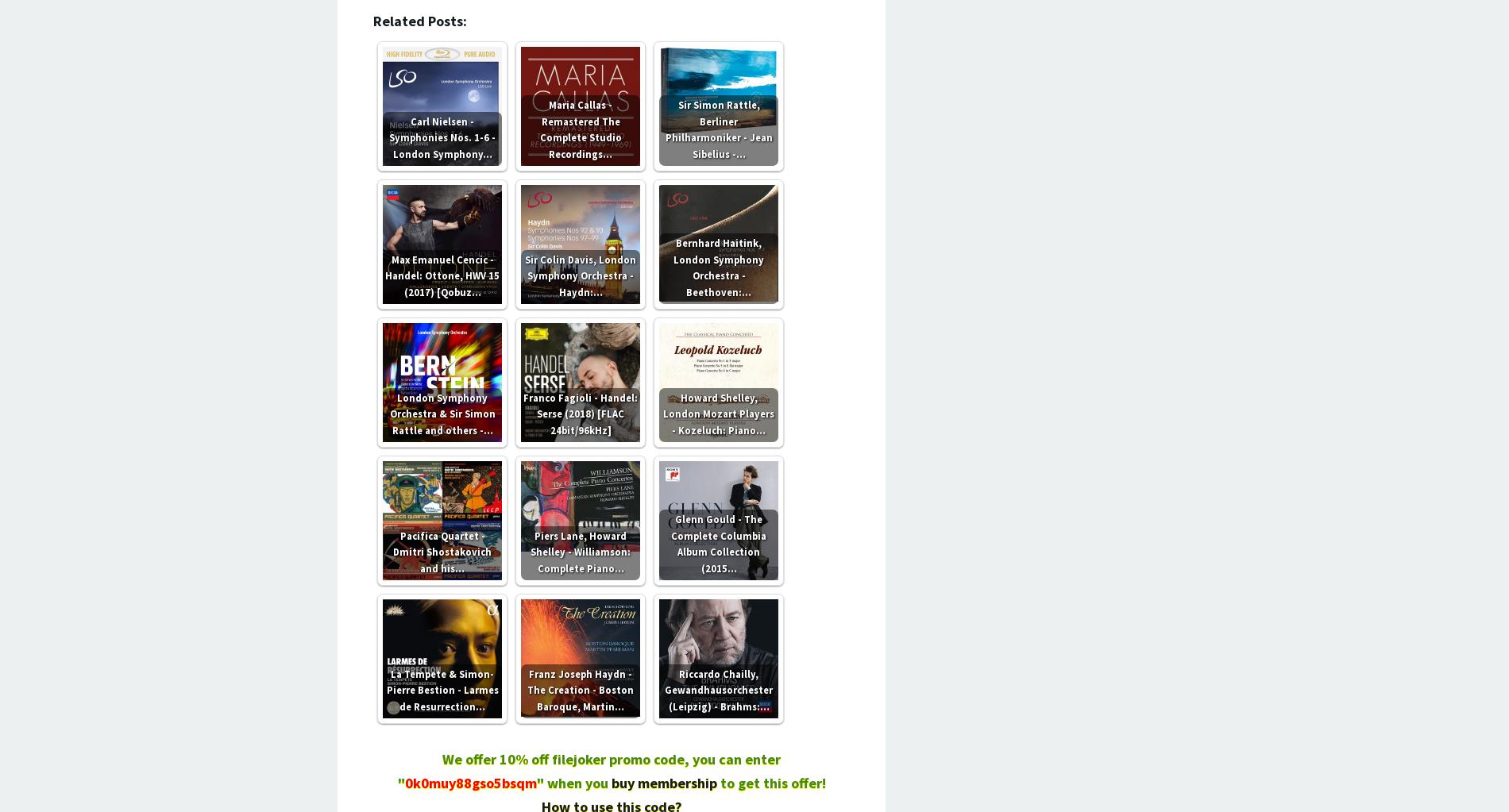  Describe the element at coordinates (717, 543) in the screenshot. I see `'Glenn Gould - The Complete Columbia Album Collection (2015…'` at that location.